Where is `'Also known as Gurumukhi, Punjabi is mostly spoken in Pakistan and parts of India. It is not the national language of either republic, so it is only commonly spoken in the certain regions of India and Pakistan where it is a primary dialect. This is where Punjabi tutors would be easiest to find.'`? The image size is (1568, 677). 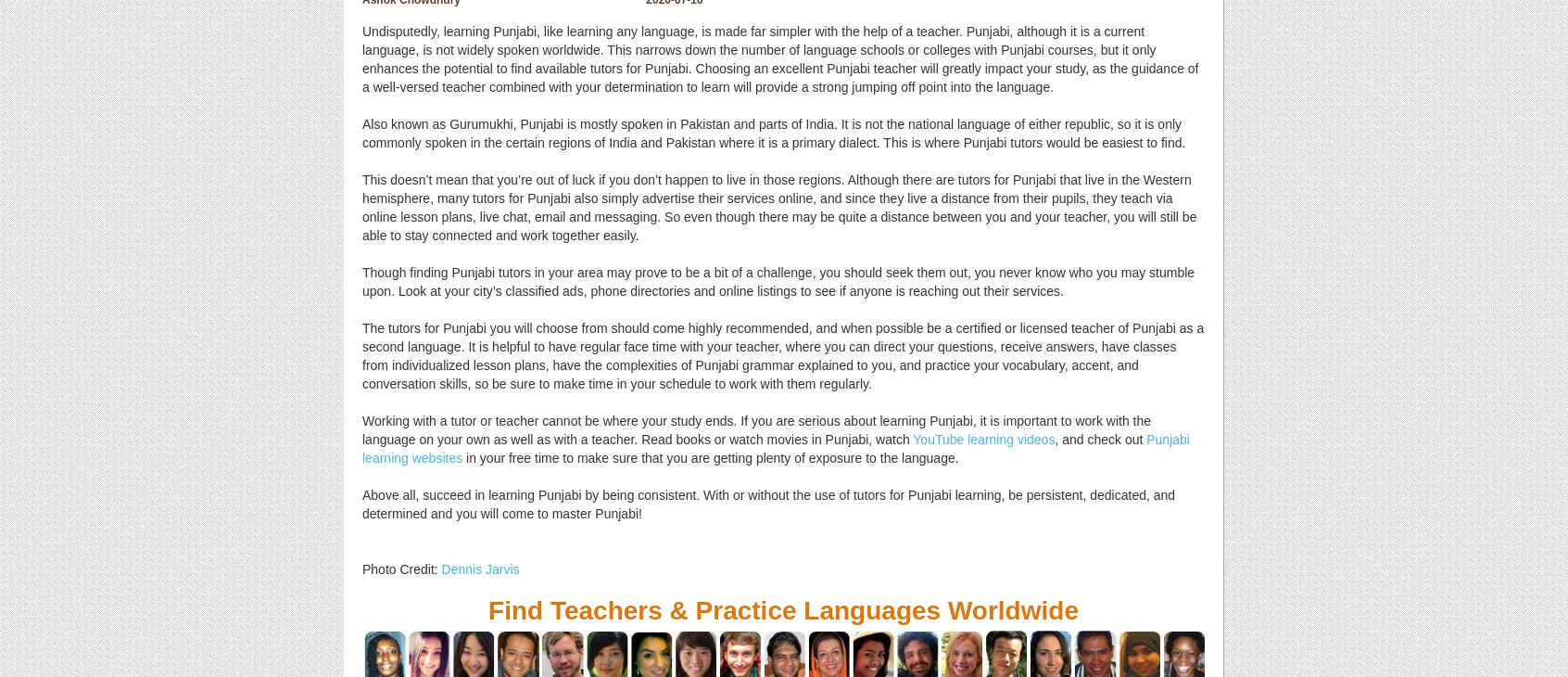
'Also known as Gurumukhi, Punjabi is mostly spoken in Pakistan and parts of India. It is not the national language of either republic, so it is only commonly spoken in the certain regions of India and Pakistan where it is a primary dialect. This is where Punjabi tutors would be easiest to find.' is located at coordinates (774, 133).